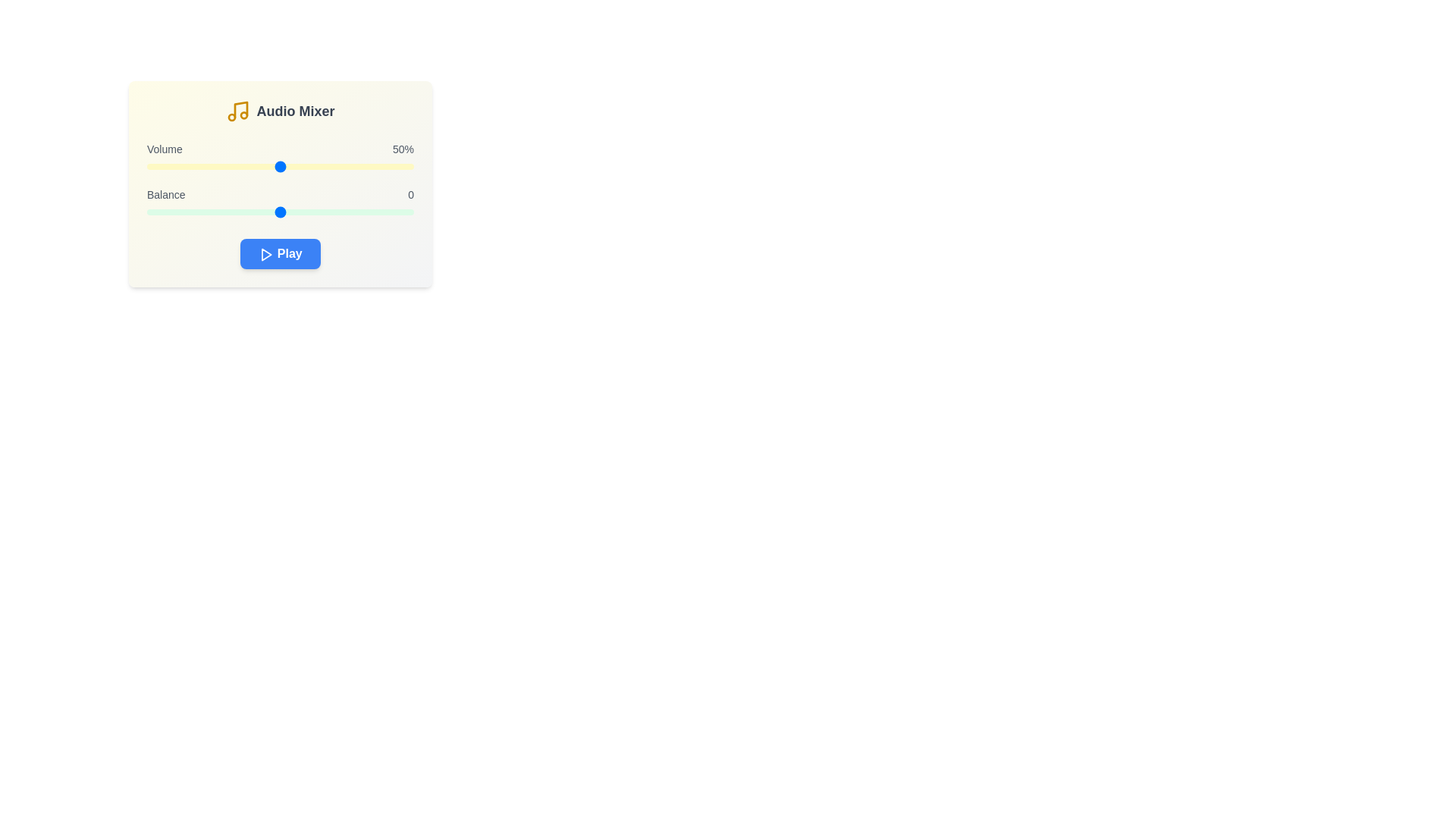 This screenshot has height=819, width=1456. I want to click on the Text label that displays 'Volume' and its current value '50%', located under the title 'Audio Mixer' and above the volume slider, so click(280, 149).